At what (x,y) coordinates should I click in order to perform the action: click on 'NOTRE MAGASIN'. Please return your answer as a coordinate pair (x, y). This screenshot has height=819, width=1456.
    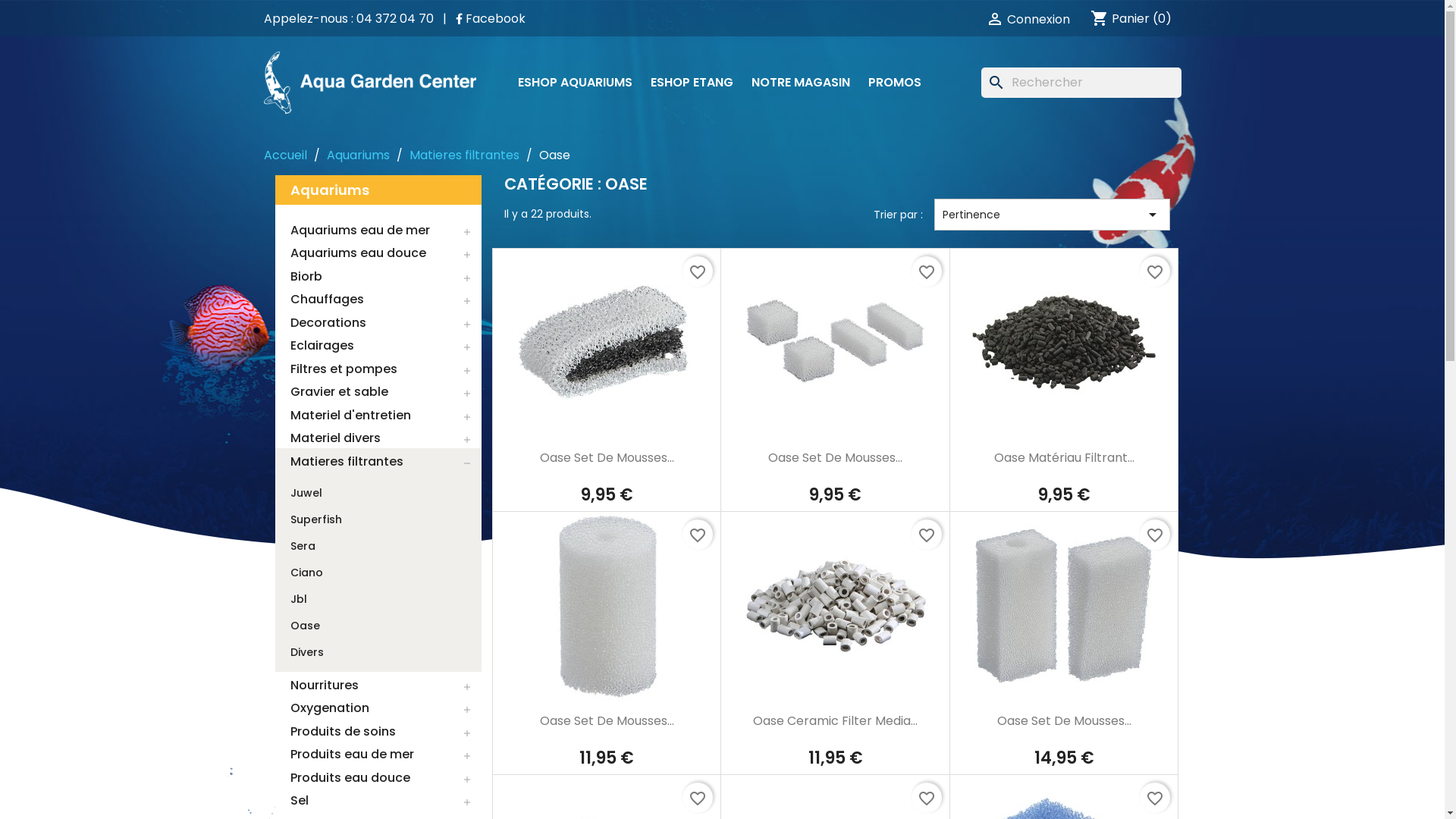
    Looking at the image, I should click on (742, 82).